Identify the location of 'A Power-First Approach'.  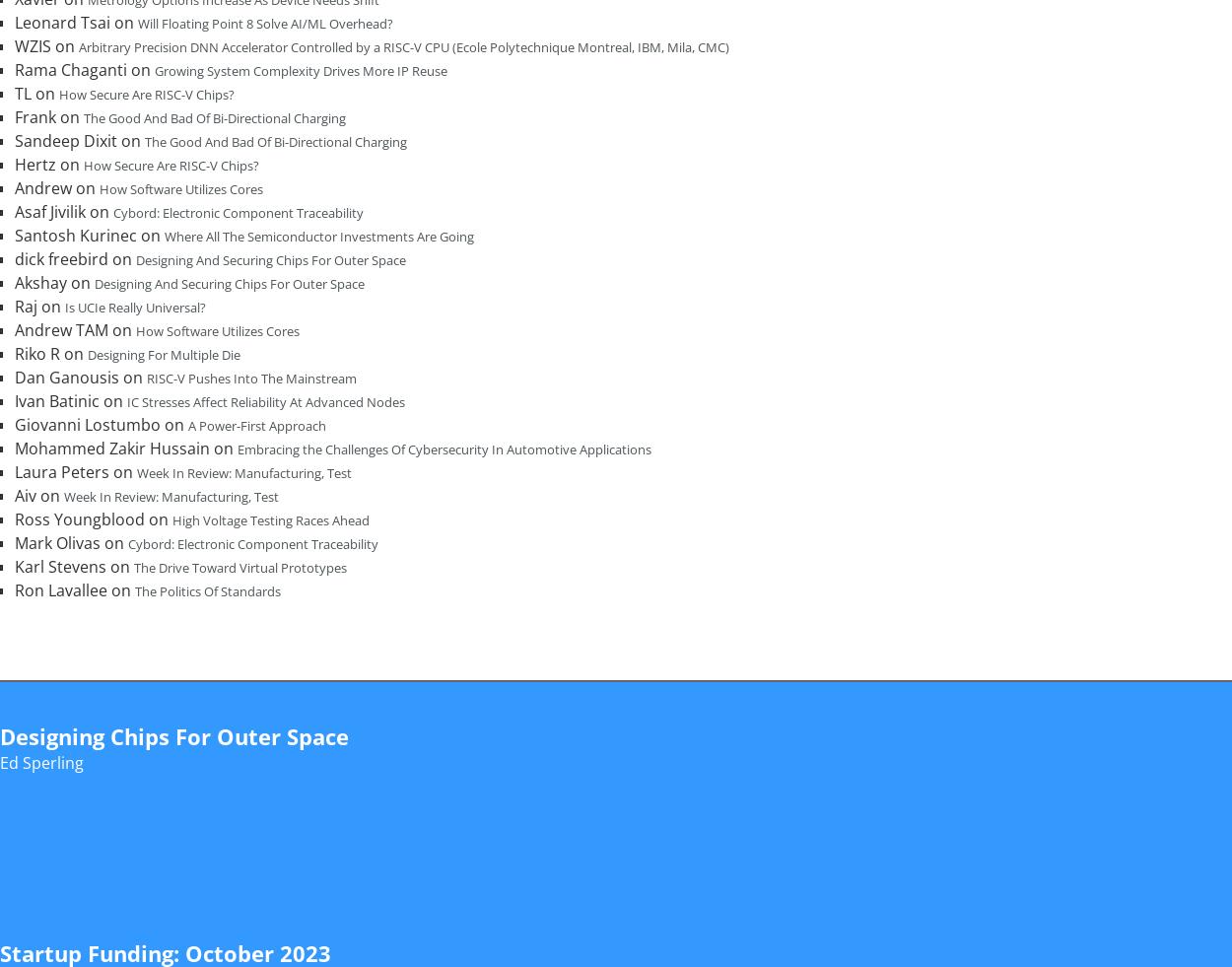
(257, 425).